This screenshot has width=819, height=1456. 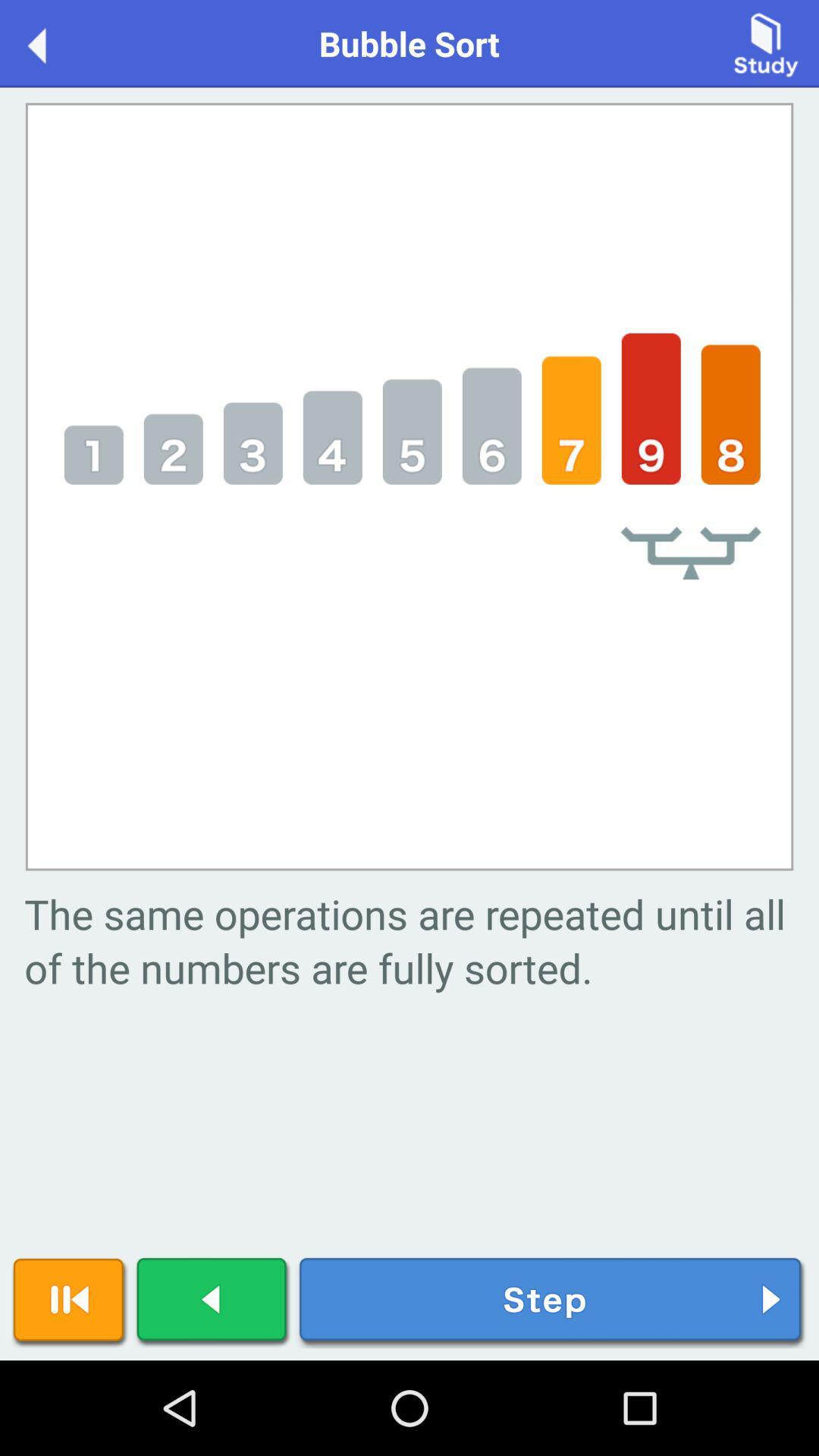 I want to click on pause, so click(x=70, y=1302).